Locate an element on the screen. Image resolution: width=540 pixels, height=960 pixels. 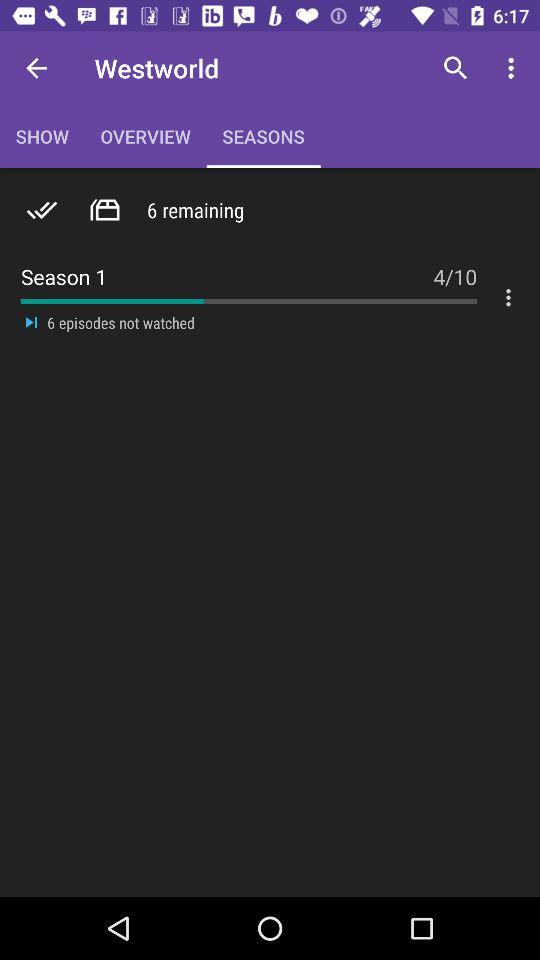
the icon to the left of the 6 remaining icon is located at coordinates (104, 210).